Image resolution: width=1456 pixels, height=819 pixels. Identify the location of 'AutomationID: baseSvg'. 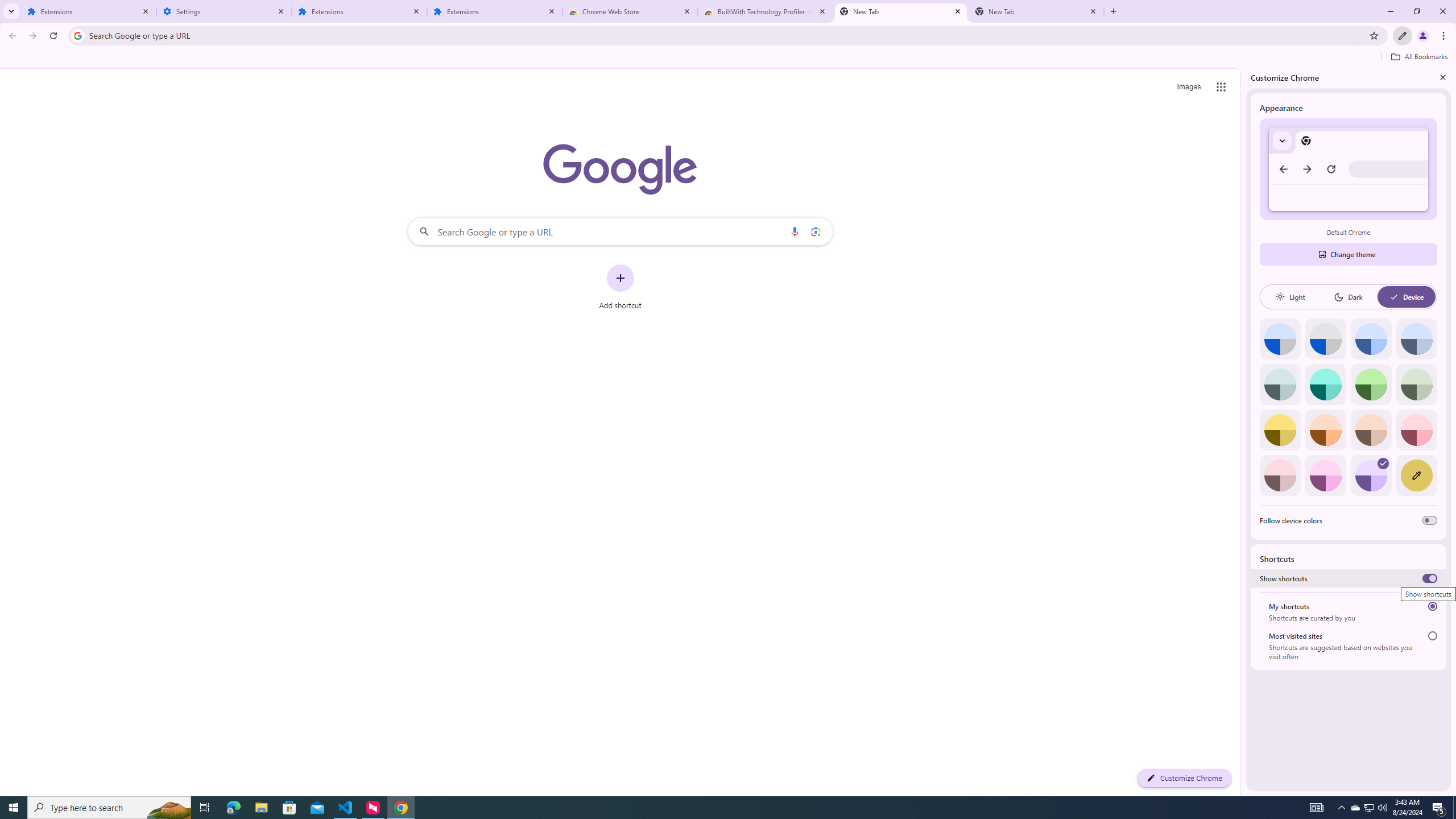
(1393, 296).